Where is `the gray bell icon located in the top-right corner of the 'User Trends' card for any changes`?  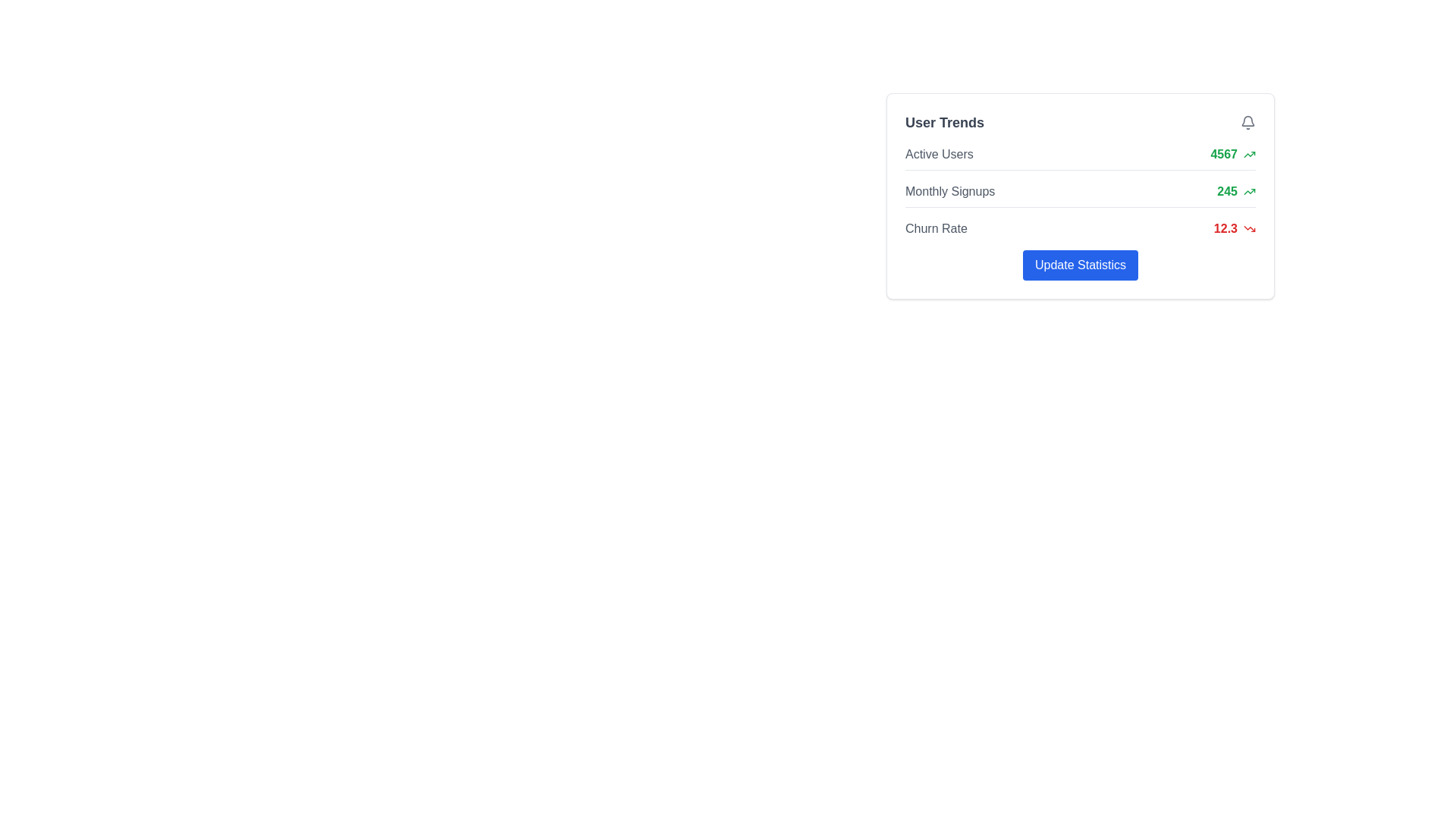
the gray bell icon located in the top-right corner of the 'User Trends' card for any changes is located at coordinates (1248, 122).